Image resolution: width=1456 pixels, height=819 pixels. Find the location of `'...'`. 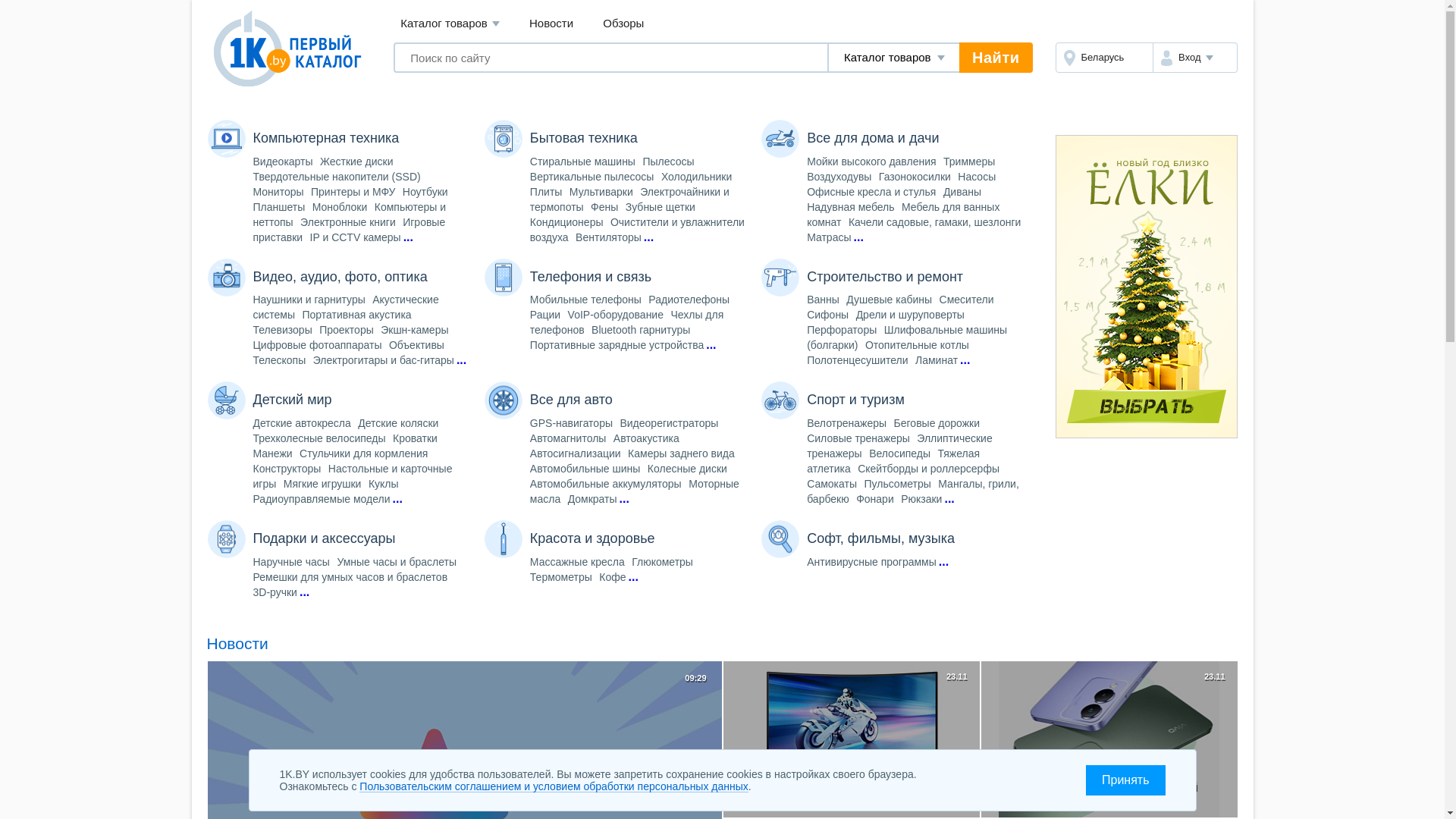

'...' is located at coordinates (705, 345).